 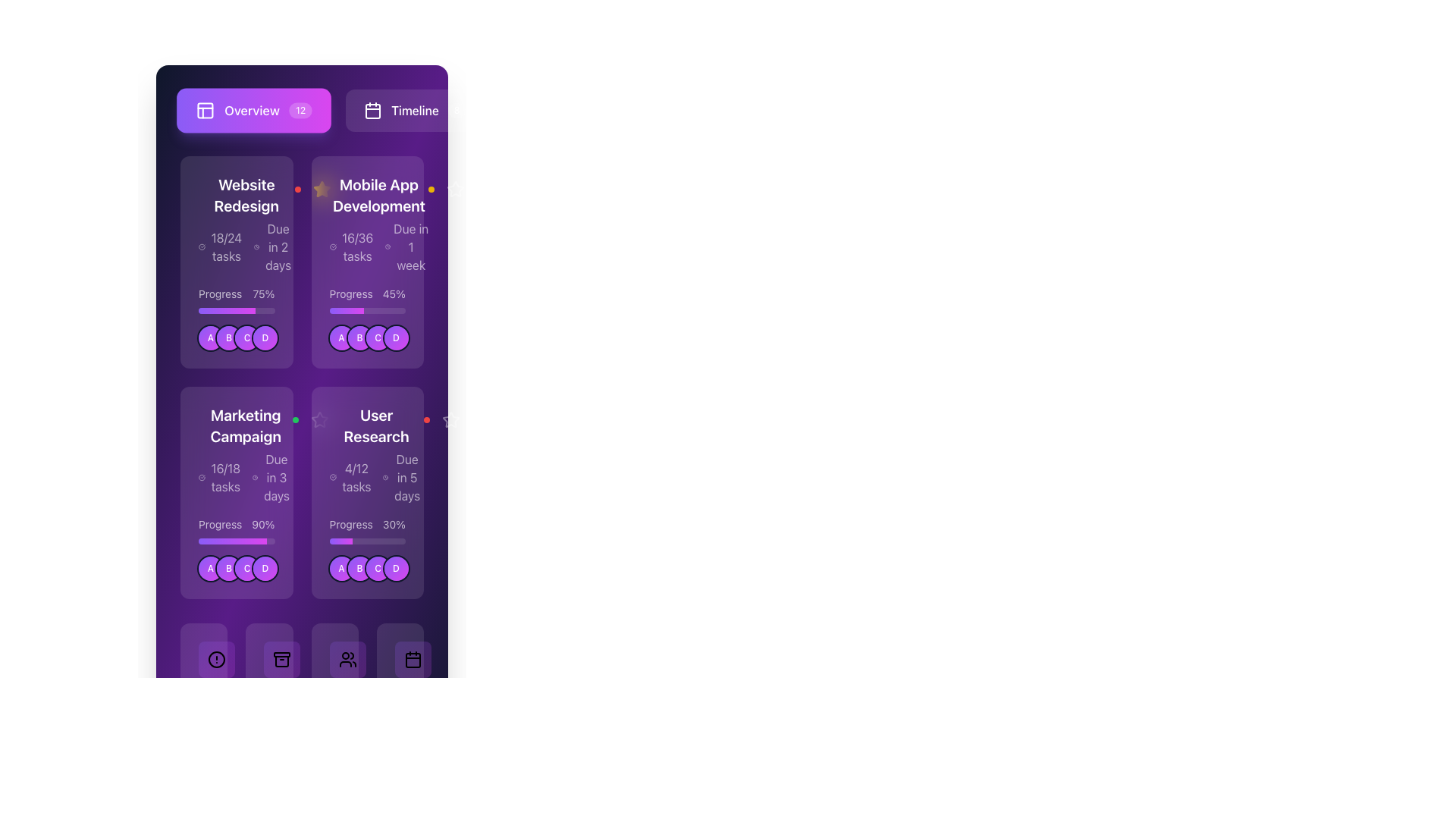 I want to click on the circular icon with a gradient background from violet to fuchsia, featuring a white letter 'C' in the center, which is the third icon in the progress section of the 'Website Redesign' task card, so click(x=247, y=337).